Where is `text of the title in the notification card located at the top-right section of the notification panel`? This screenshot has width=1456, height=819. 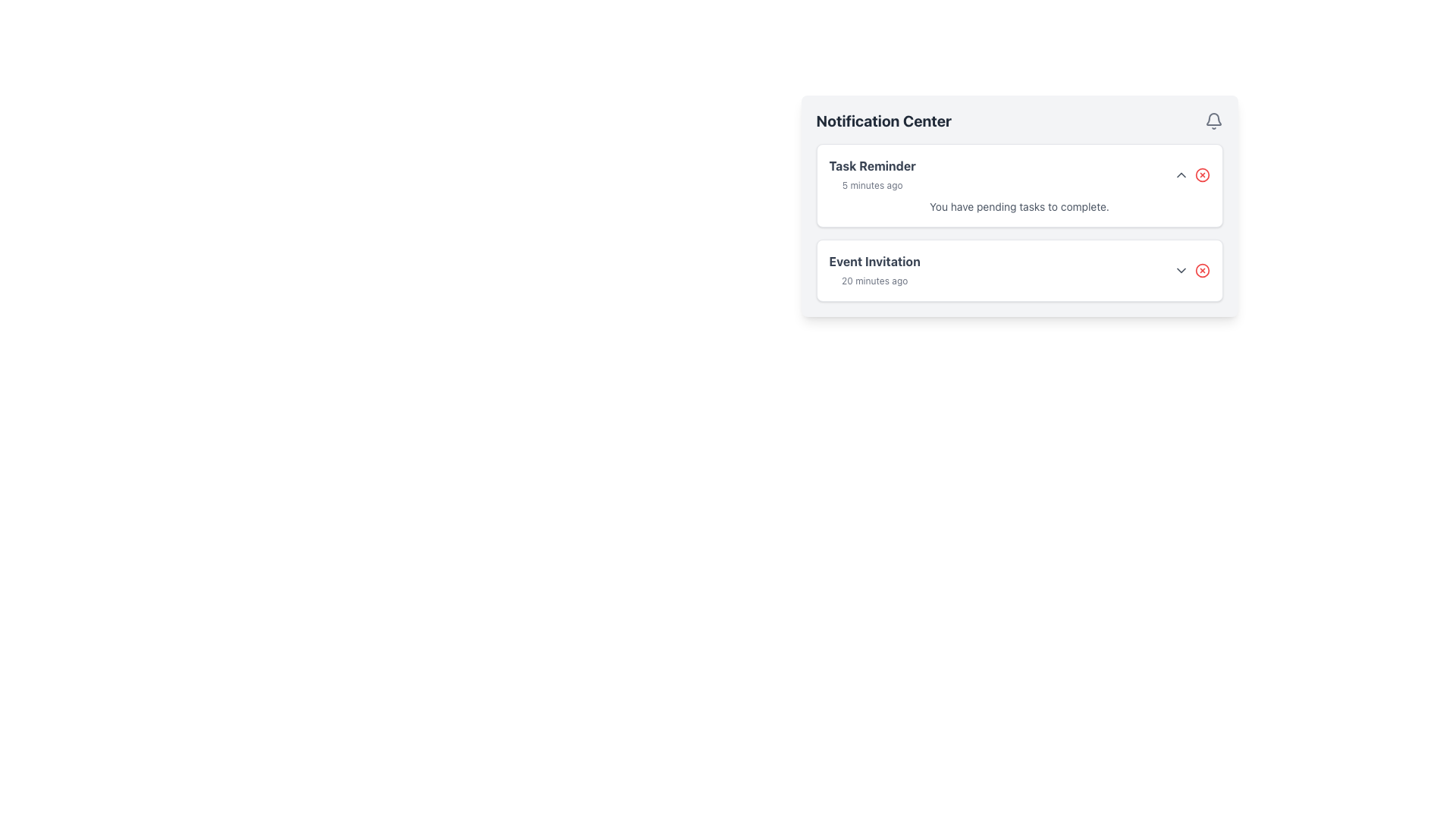 text of the title in the notification card located at the top-right section of the notification panel is located at coordinates (872, 166).